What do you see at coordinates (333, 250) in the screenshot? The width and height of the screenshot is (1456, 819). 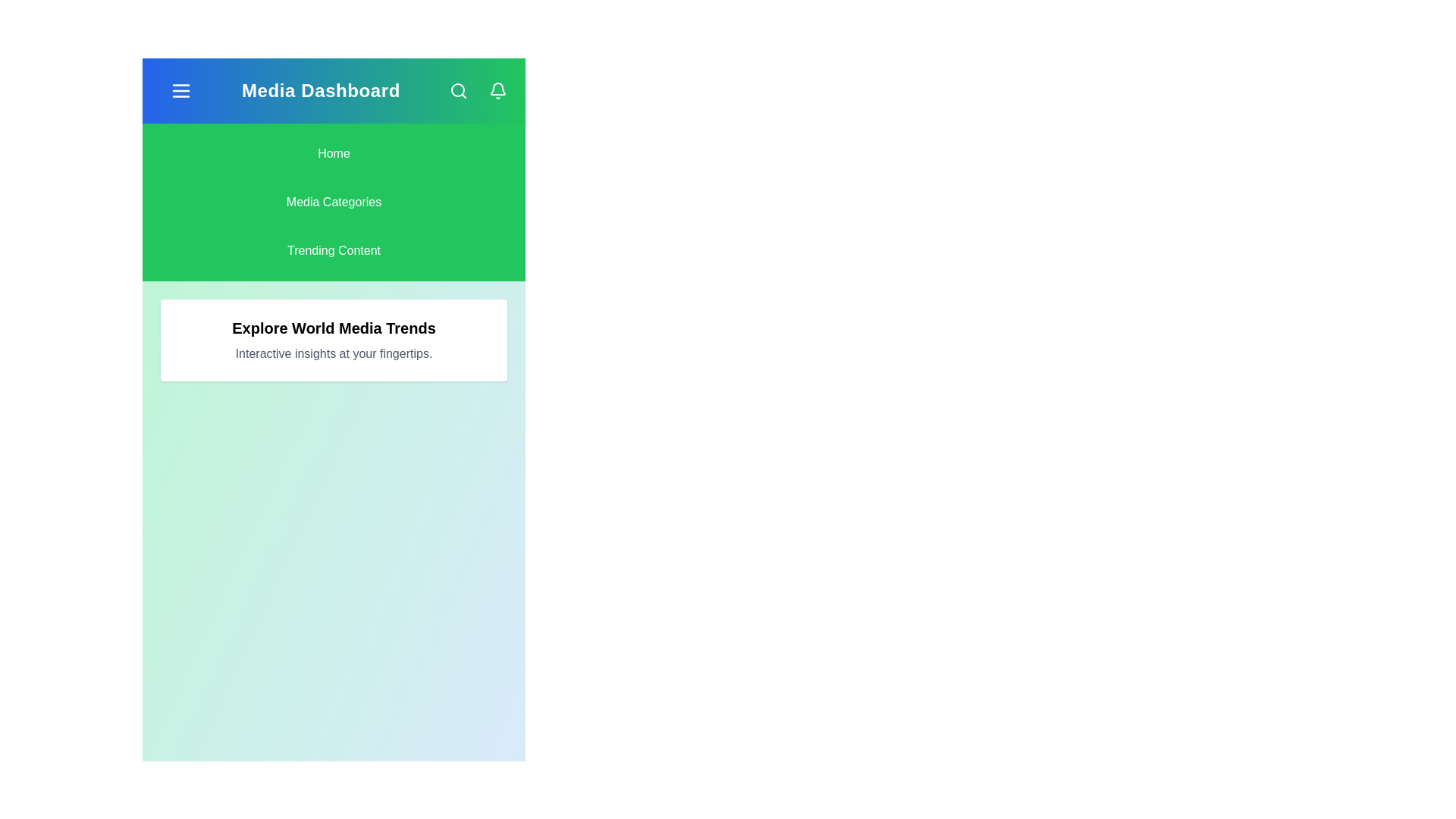 I see `the navigation menu item Trending Content` at bounding box center [333, 250].